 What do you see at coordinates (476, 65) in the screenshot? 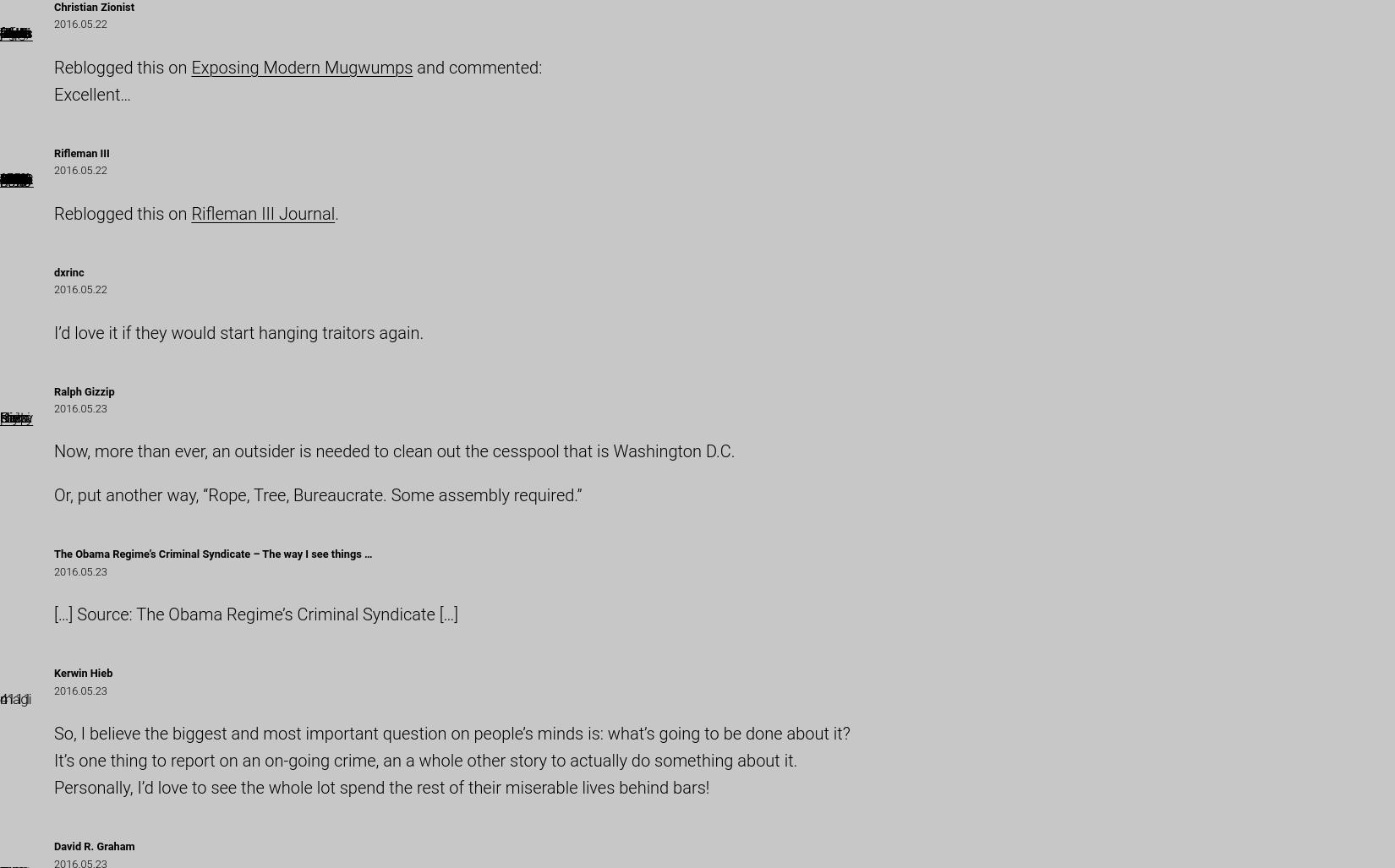
I see `'and commented:'` at bounding box center [476, 65].